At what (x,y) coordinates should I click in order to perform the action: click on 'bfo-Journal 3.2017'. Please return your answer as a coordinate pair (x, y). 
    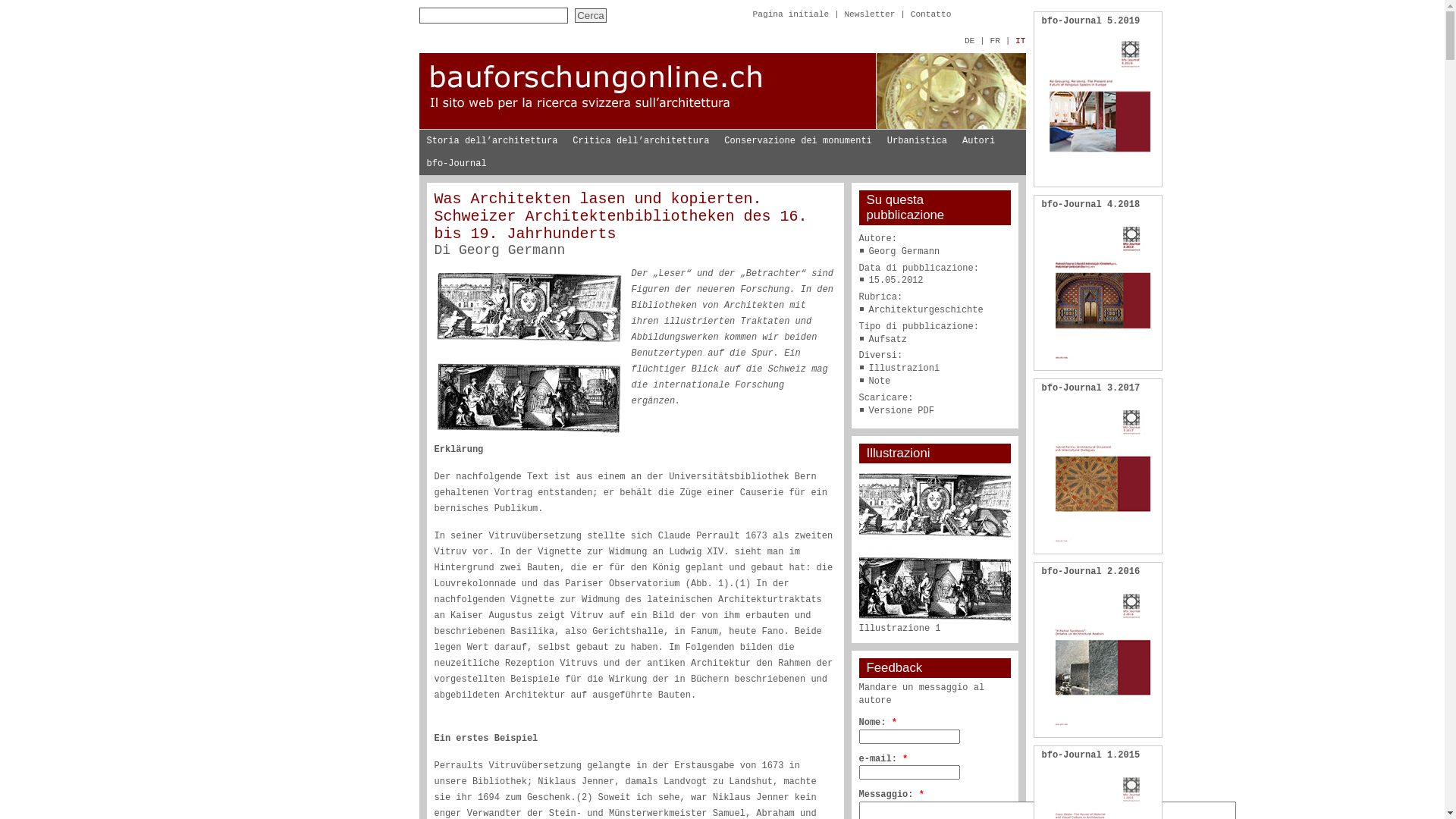
    Looking at the image, I should click on (1090, 388).